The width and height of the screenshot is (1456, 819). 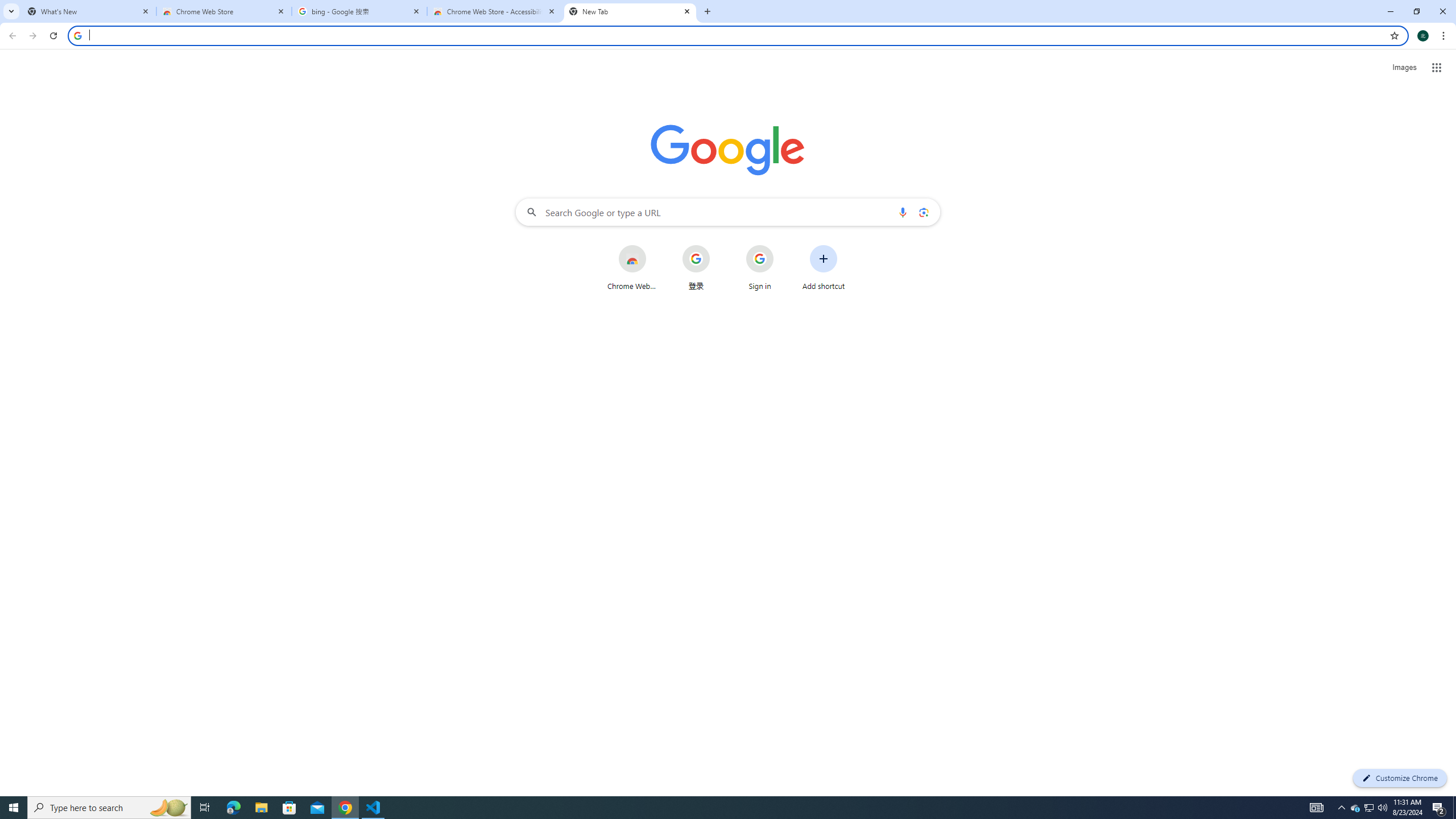 I want to click on 'Search Google or type a URL', so click(x=728, y=211).